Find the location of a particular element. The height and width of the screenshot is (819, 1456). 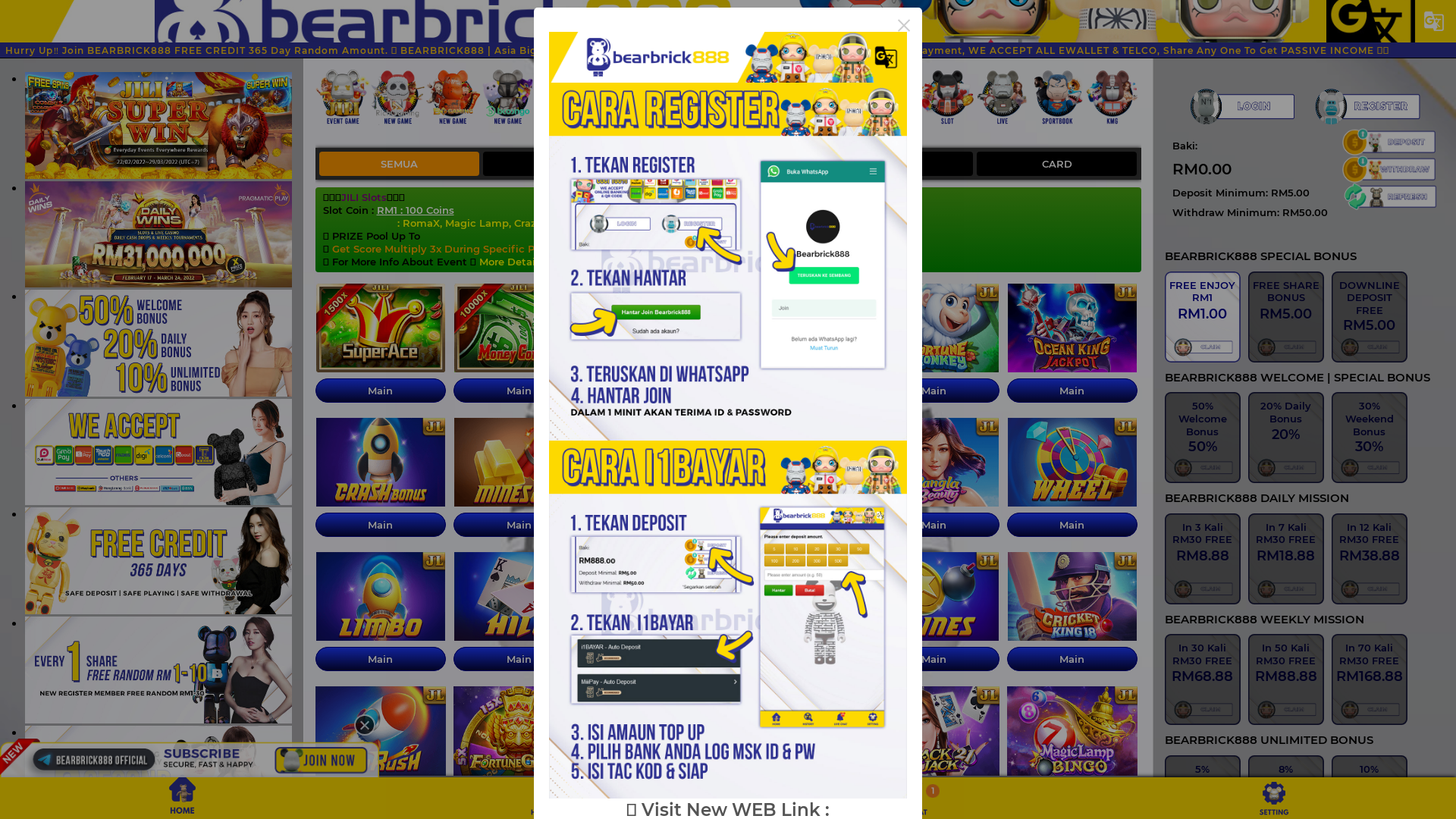

'DAFTAR' is located at coordinates (1367, 105).